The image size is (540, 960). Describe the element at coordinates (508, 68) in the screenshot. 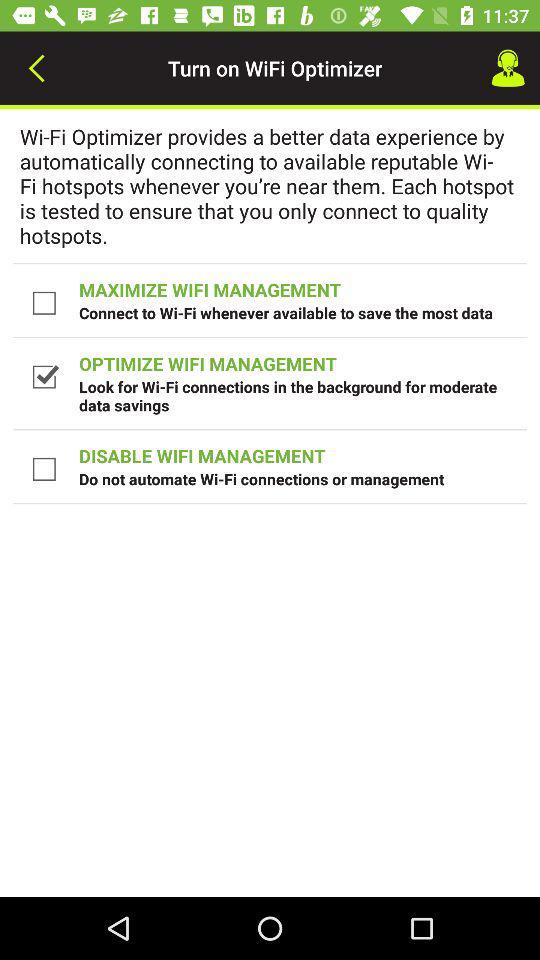

I see `the icon to the right of turn on wifi item` at that location.